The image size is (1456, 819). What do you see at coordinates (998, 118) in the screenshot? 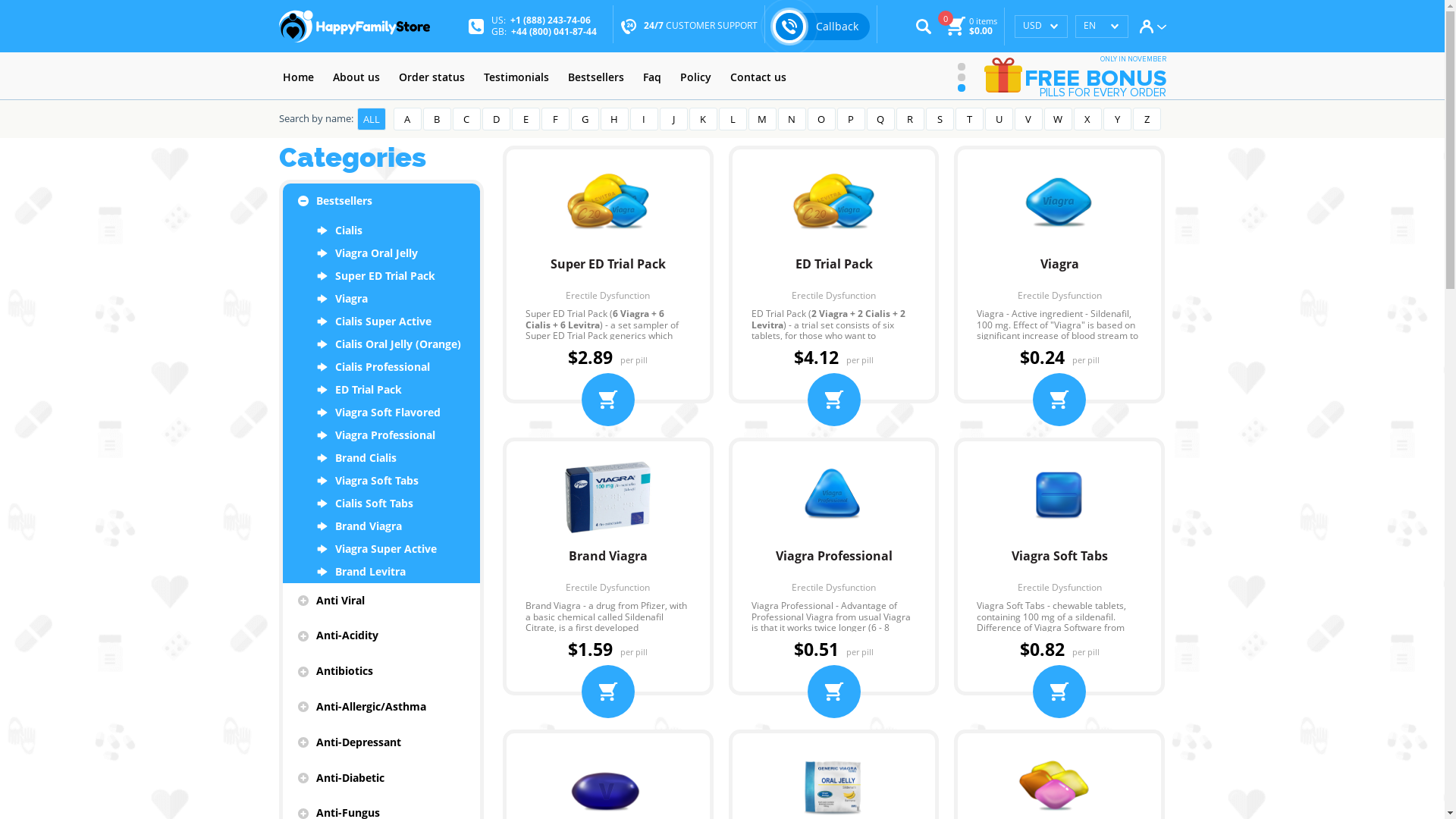
I see `'U'` at bounding box center [998, 118].